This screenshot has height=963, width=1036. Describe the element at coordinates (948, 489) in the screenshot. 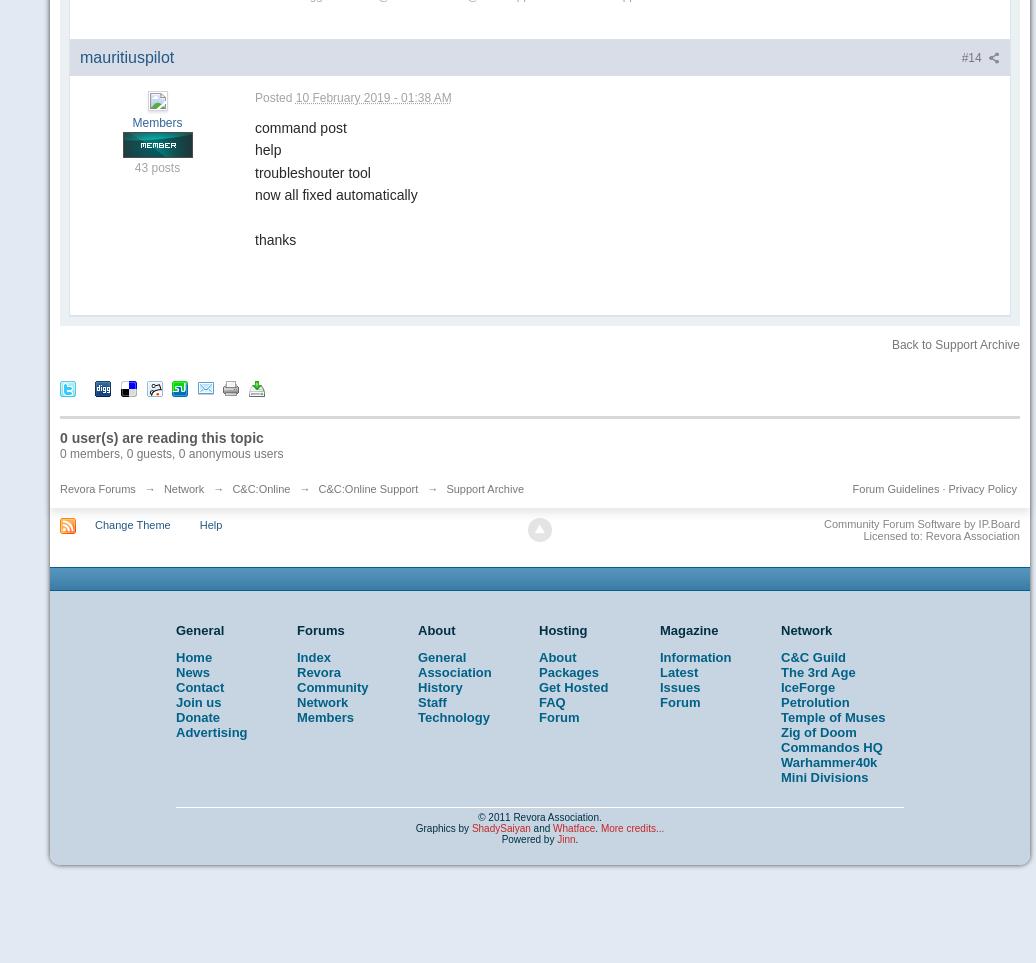

I see `'Privacy Policy'` at that location.